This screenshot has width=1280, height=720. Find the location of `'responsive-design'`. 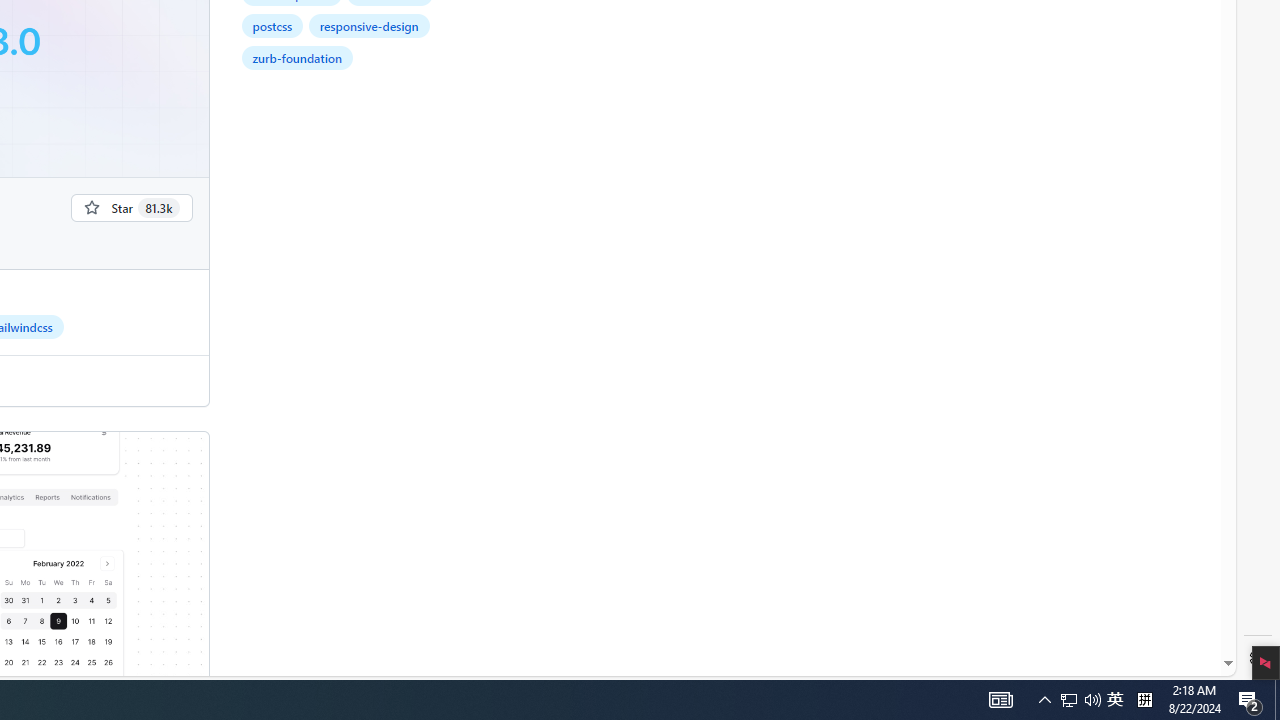

'responsive-design' is located at coordinates (369, 25).